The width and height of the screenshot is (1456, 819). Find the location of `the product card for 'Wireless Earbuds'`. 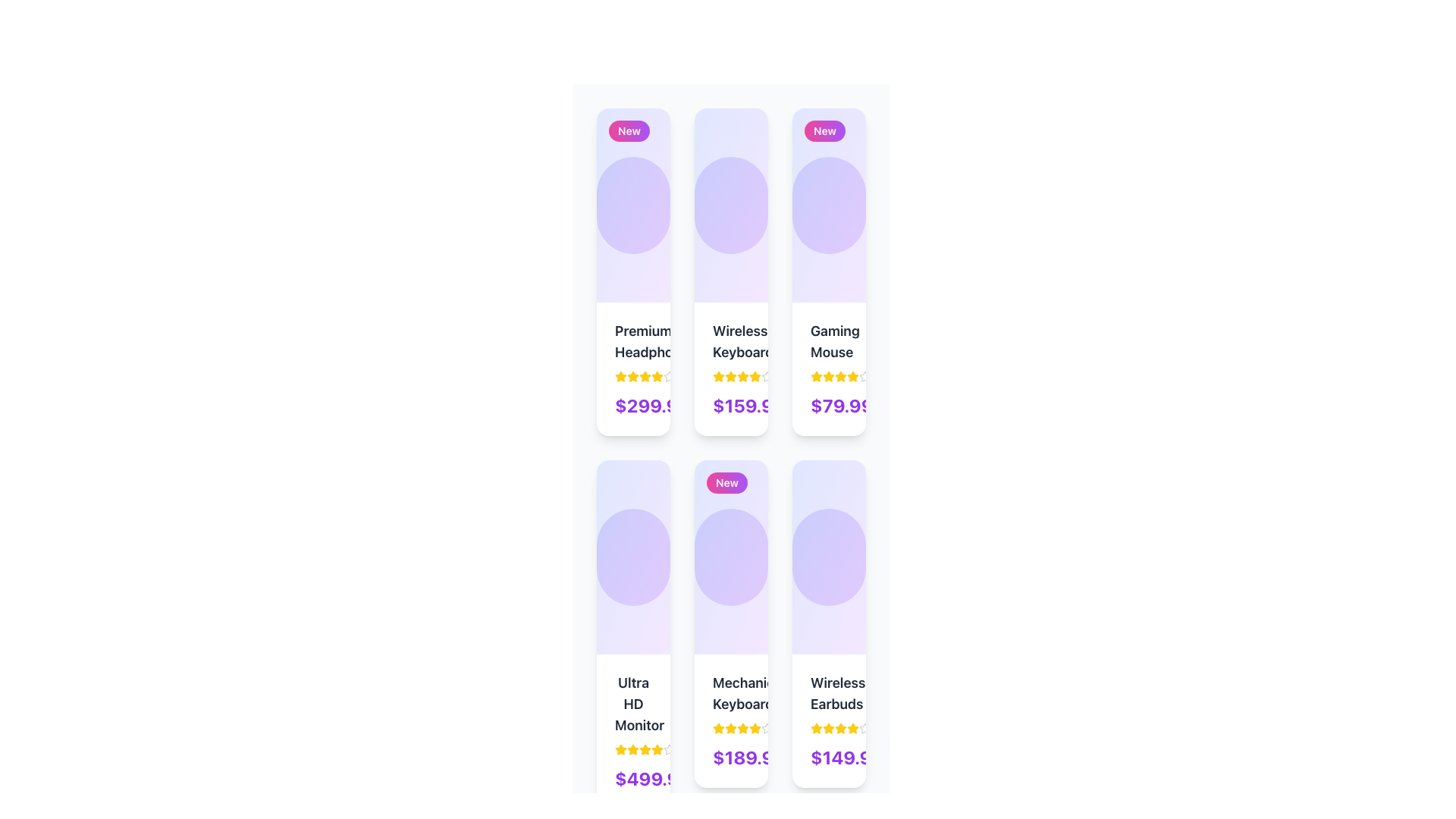

the product card for 'Wireless Earbuds' is located at coordinates (828, 635).